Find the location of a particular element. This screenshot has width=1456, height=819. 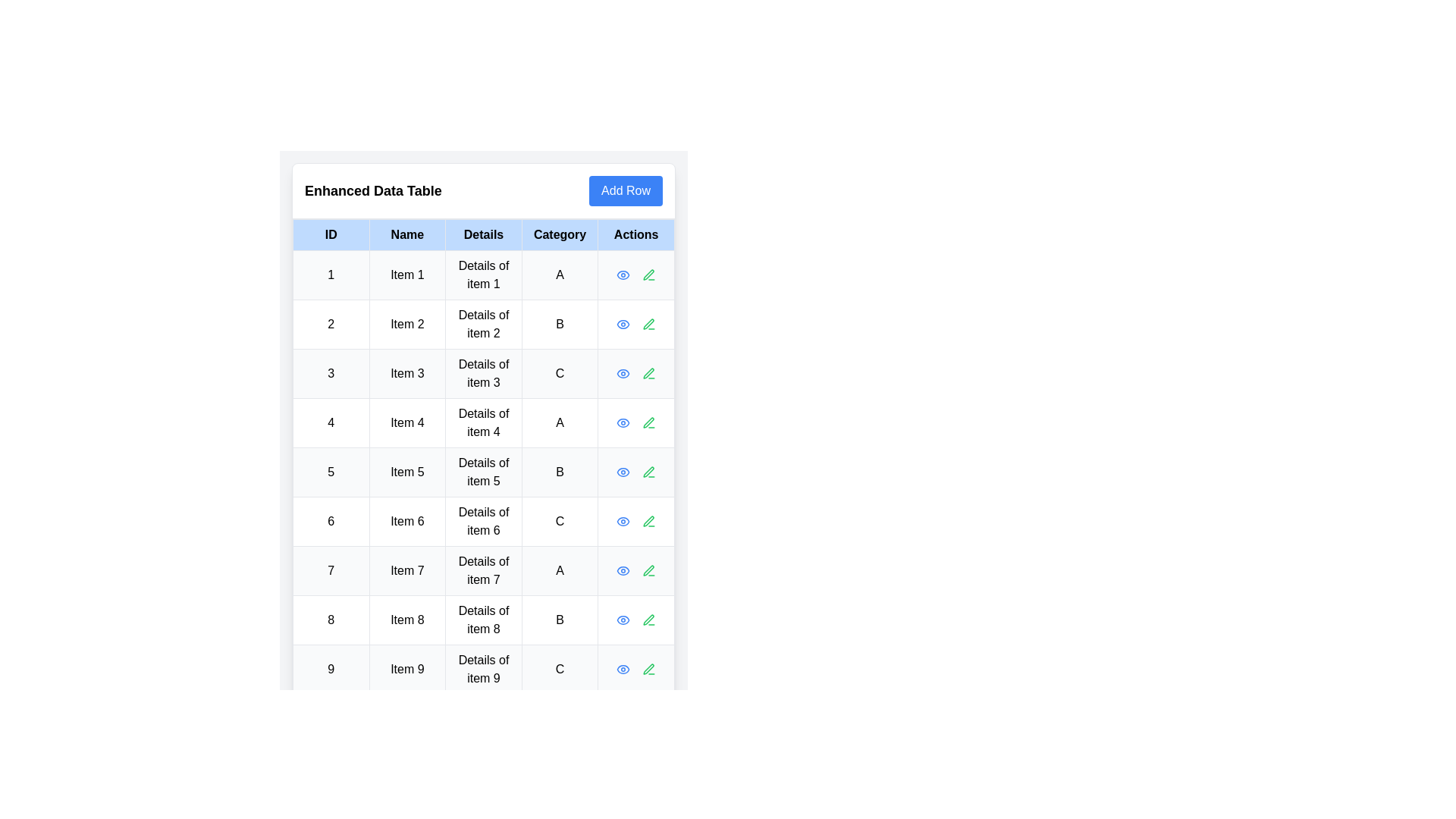

the table cell located in the third column of the ninth row, which displays detailed information associated with item 9 is located at coordinates (483, 669).